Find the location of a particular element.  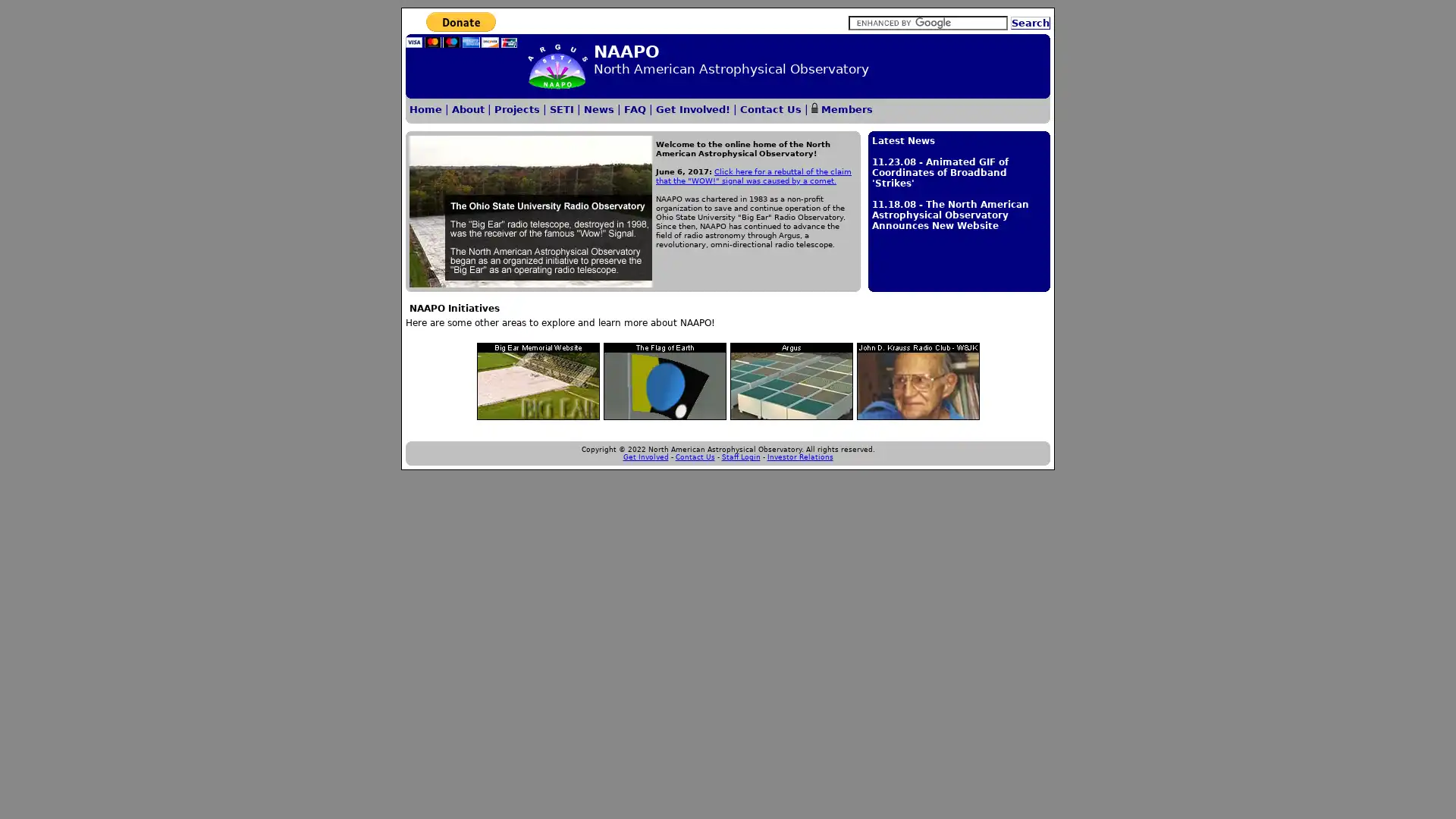

PayPal - The safer, easier way to pay online! is located at coordinates (460, 30).